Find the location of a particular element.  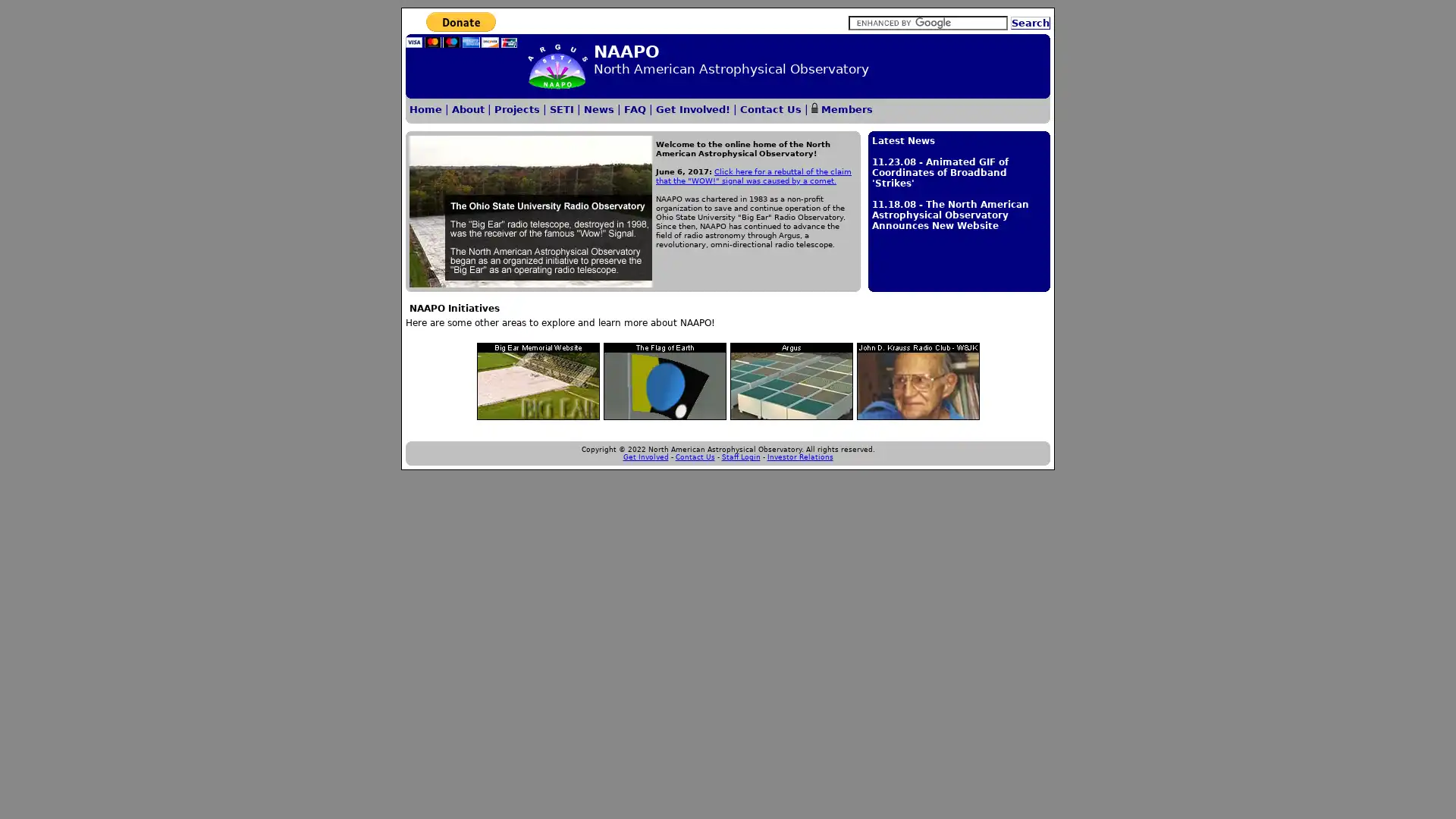

PayPal - The safer, easier way to pay online! is located at coordinates (460, 30).